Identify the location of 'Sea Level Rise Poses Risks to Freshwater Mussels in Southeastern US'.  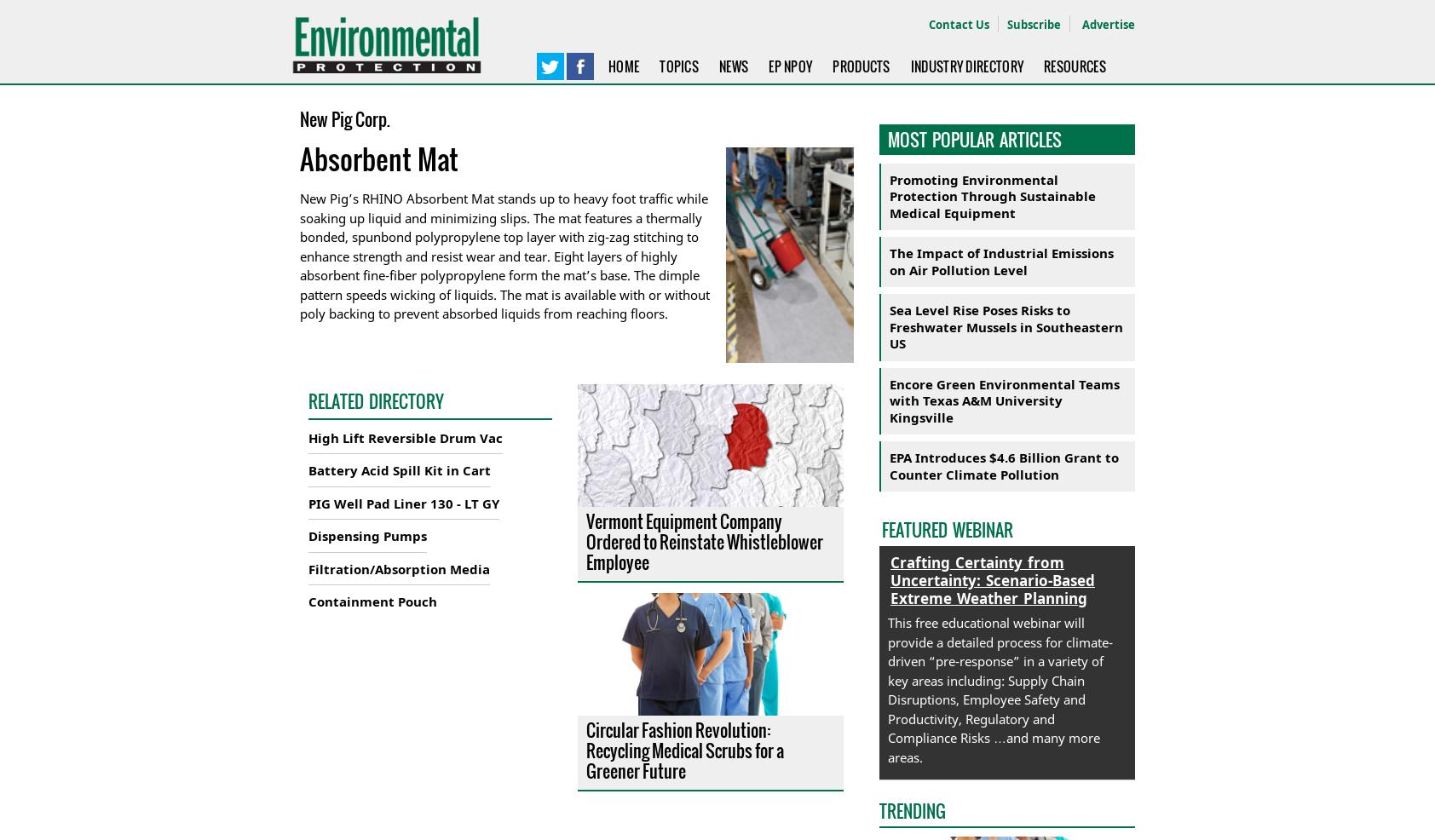
(1006, 325).